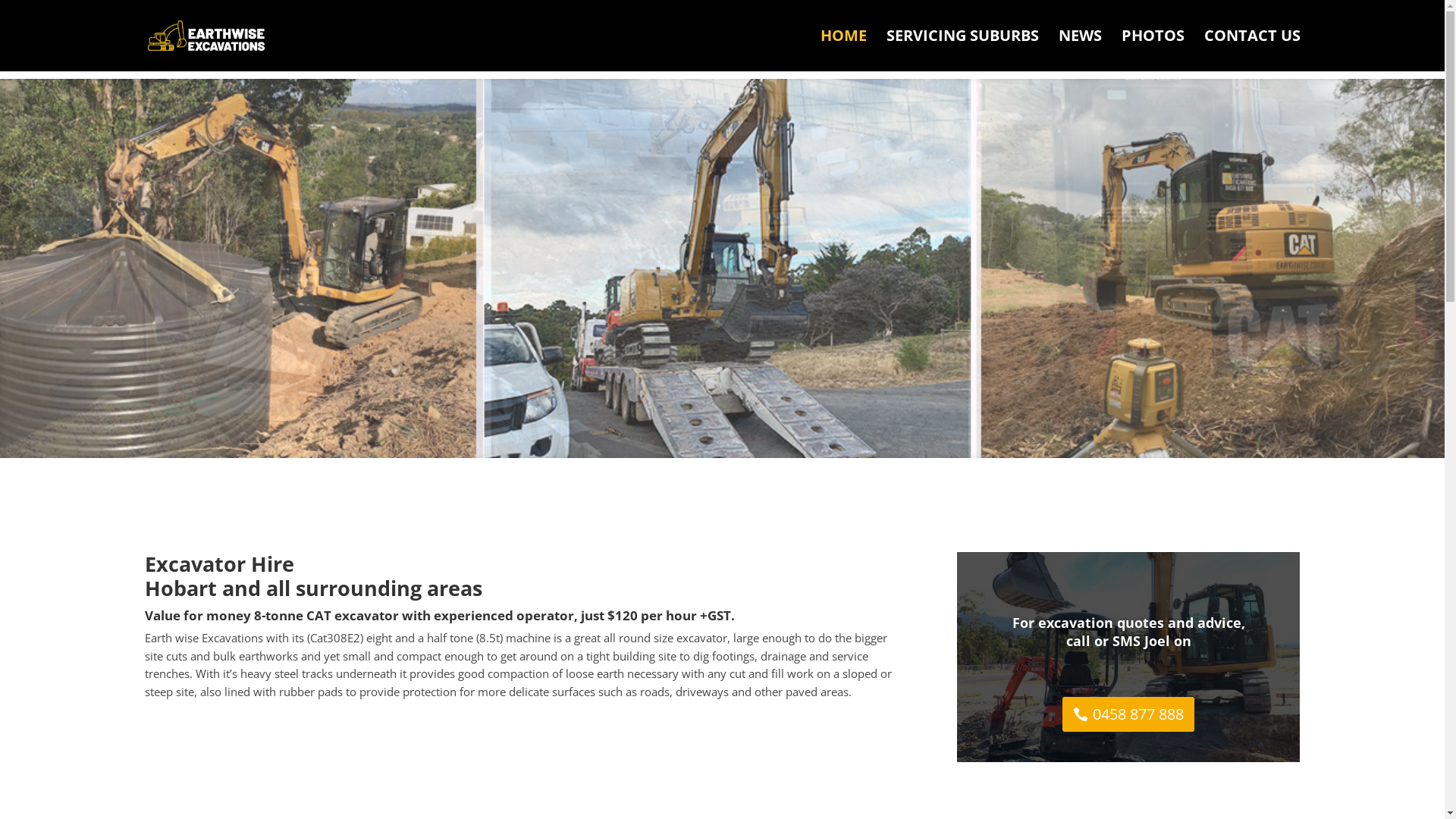  I want to click on 'NEWS', so click(1079, 49).